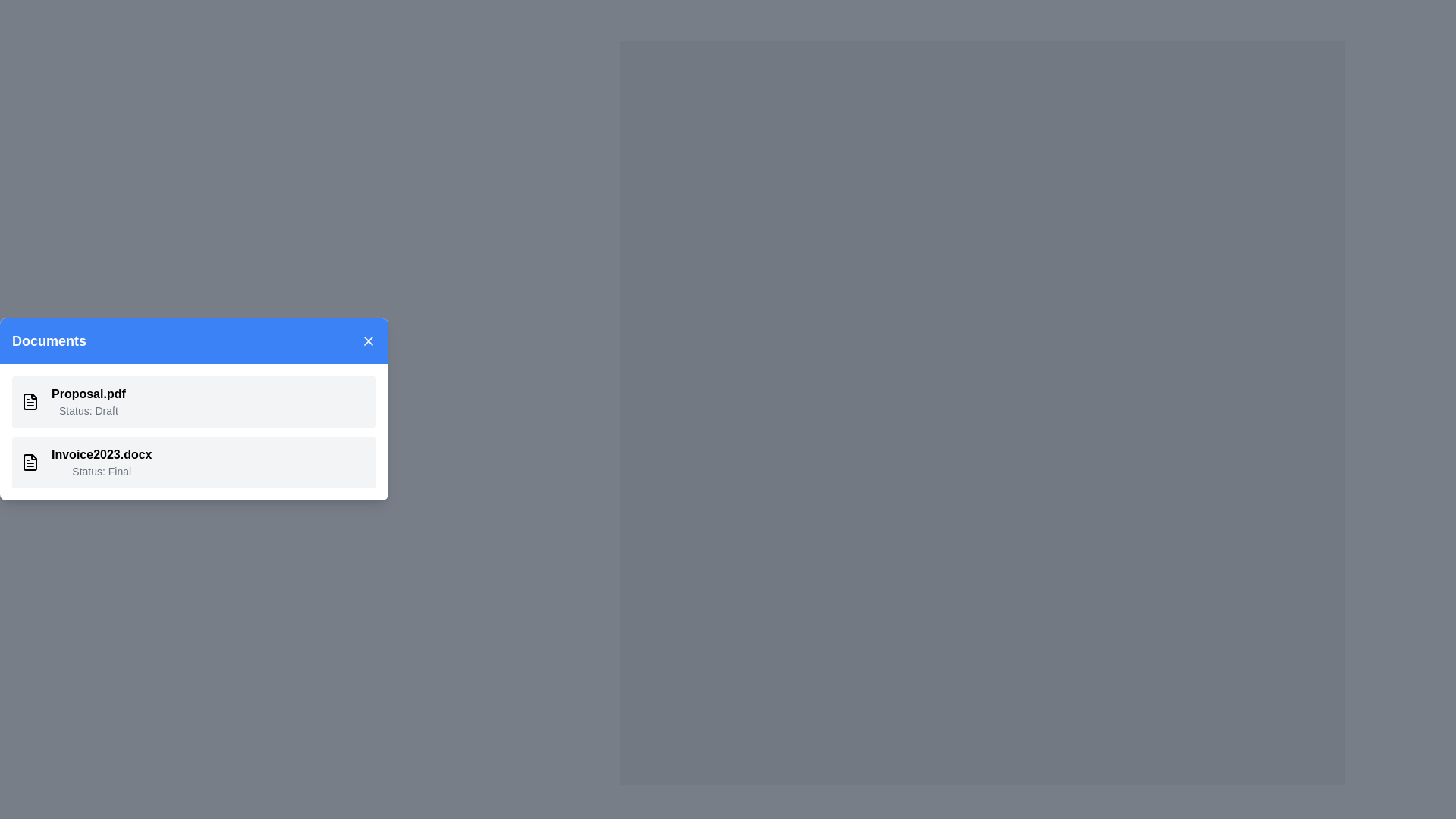 This screenshot has width=1456, height=819. What do you see at coordinates (30, 400) in the screenshot?
I see `the icon associated with the document titled 'Proposal.pdf' to inspect its visual cues` at bounding box center [30, 400].